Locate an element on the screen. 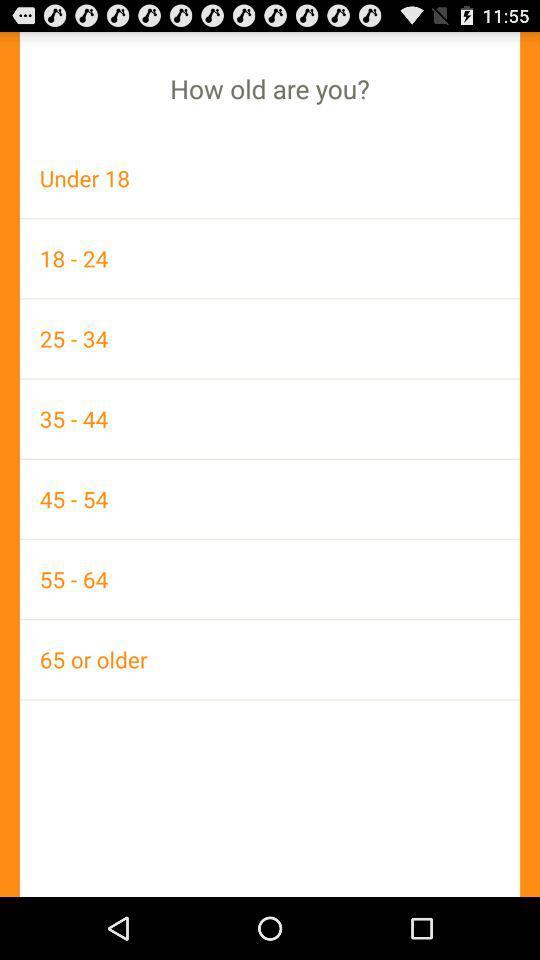 The width and height of the screenshot is (540, 960). the item above the 65 or older is located at coordinates (270, 579).